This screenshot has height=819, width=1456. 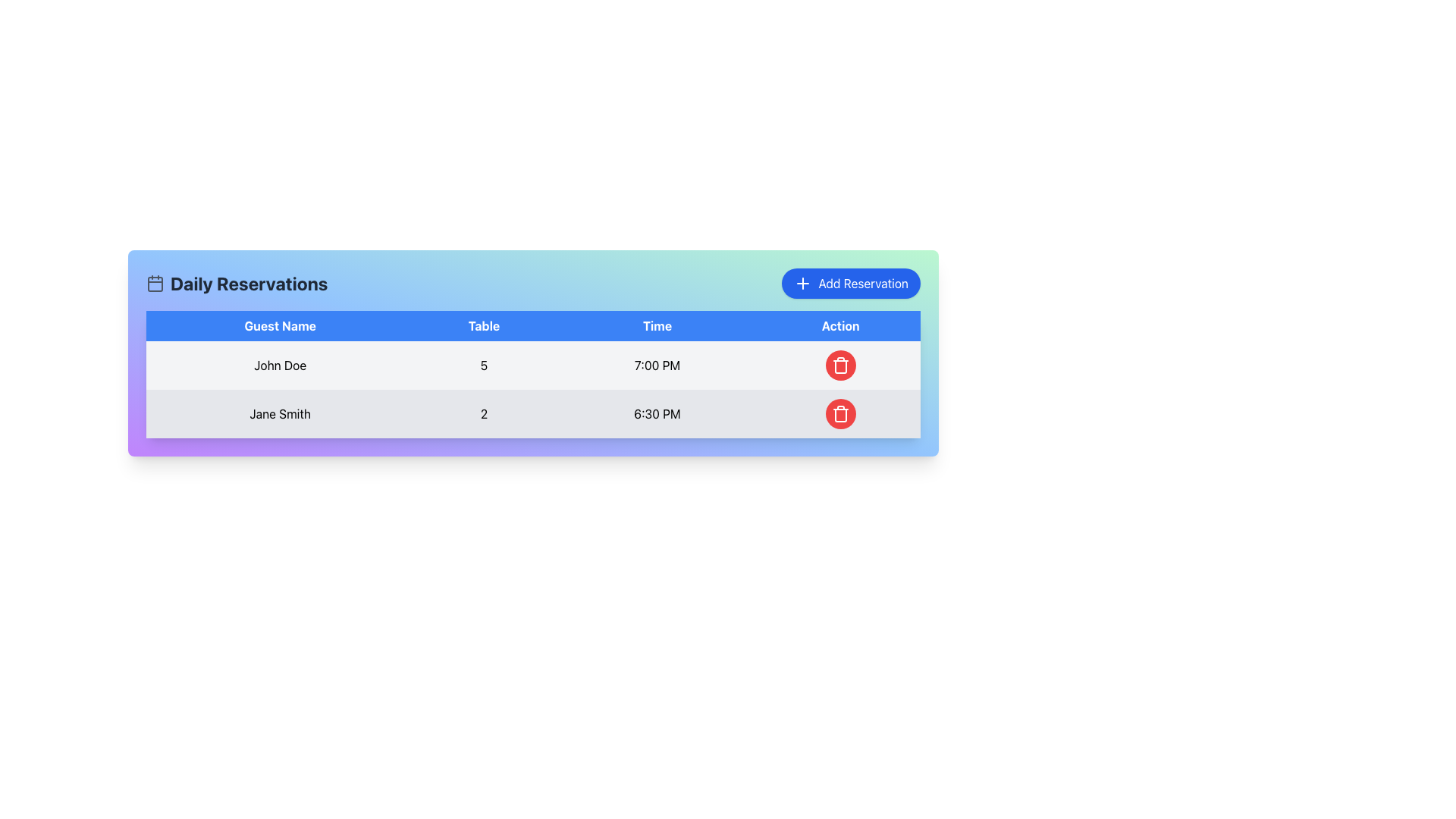 What do you see at coordinates (483, 414) in the screenshot?
I see `the bold numeral '2' displayed in black text within the 'Table' column of Jane Smith's row` at bounding box center [483, 414].